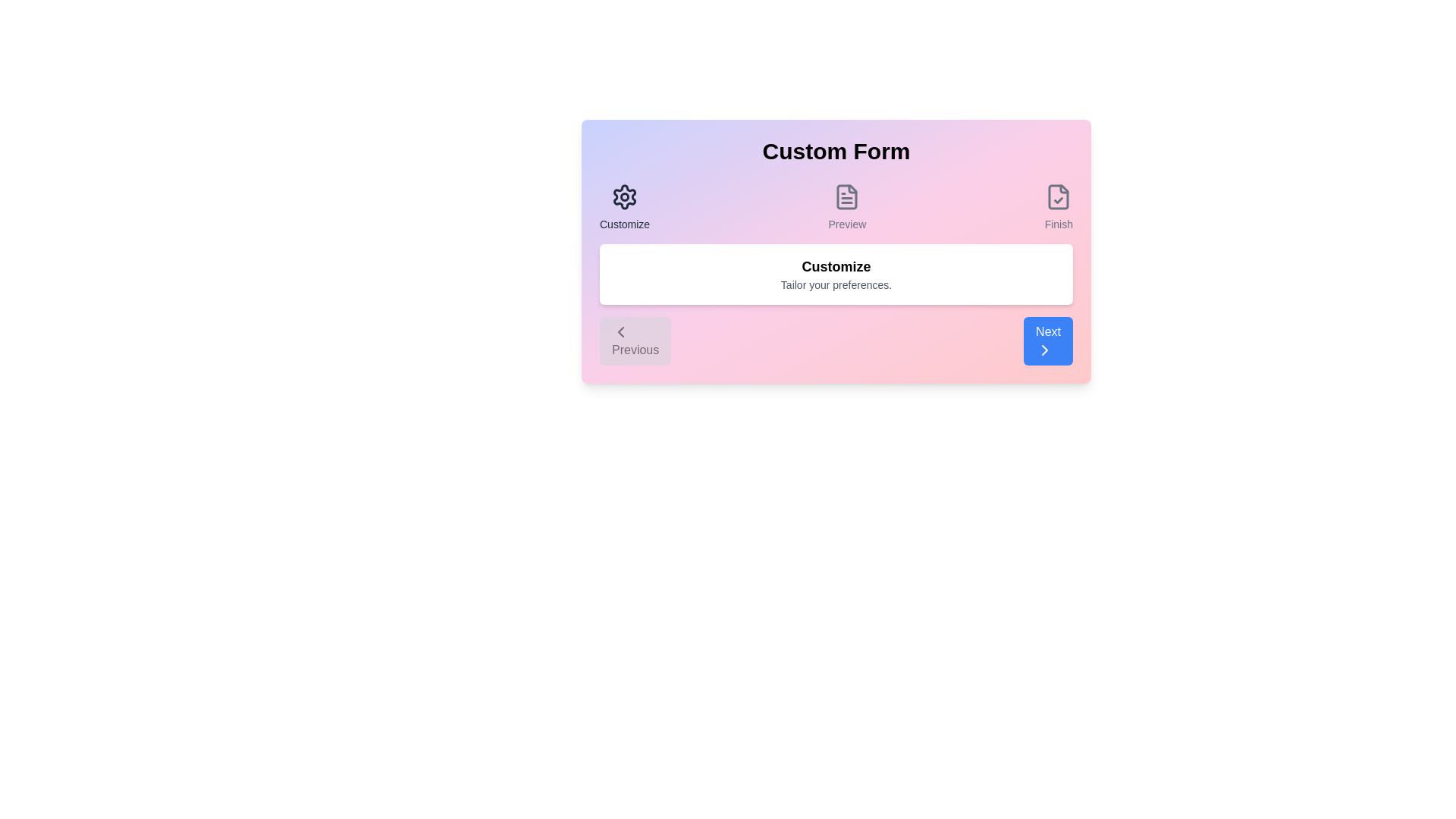 The height and width of the screenshot is (819, 1456). What do you see at coordinates (635, 341) in the screenshot?
I see `the button labeled Previous to observe visual feedback` at bounding box center [635, 341].